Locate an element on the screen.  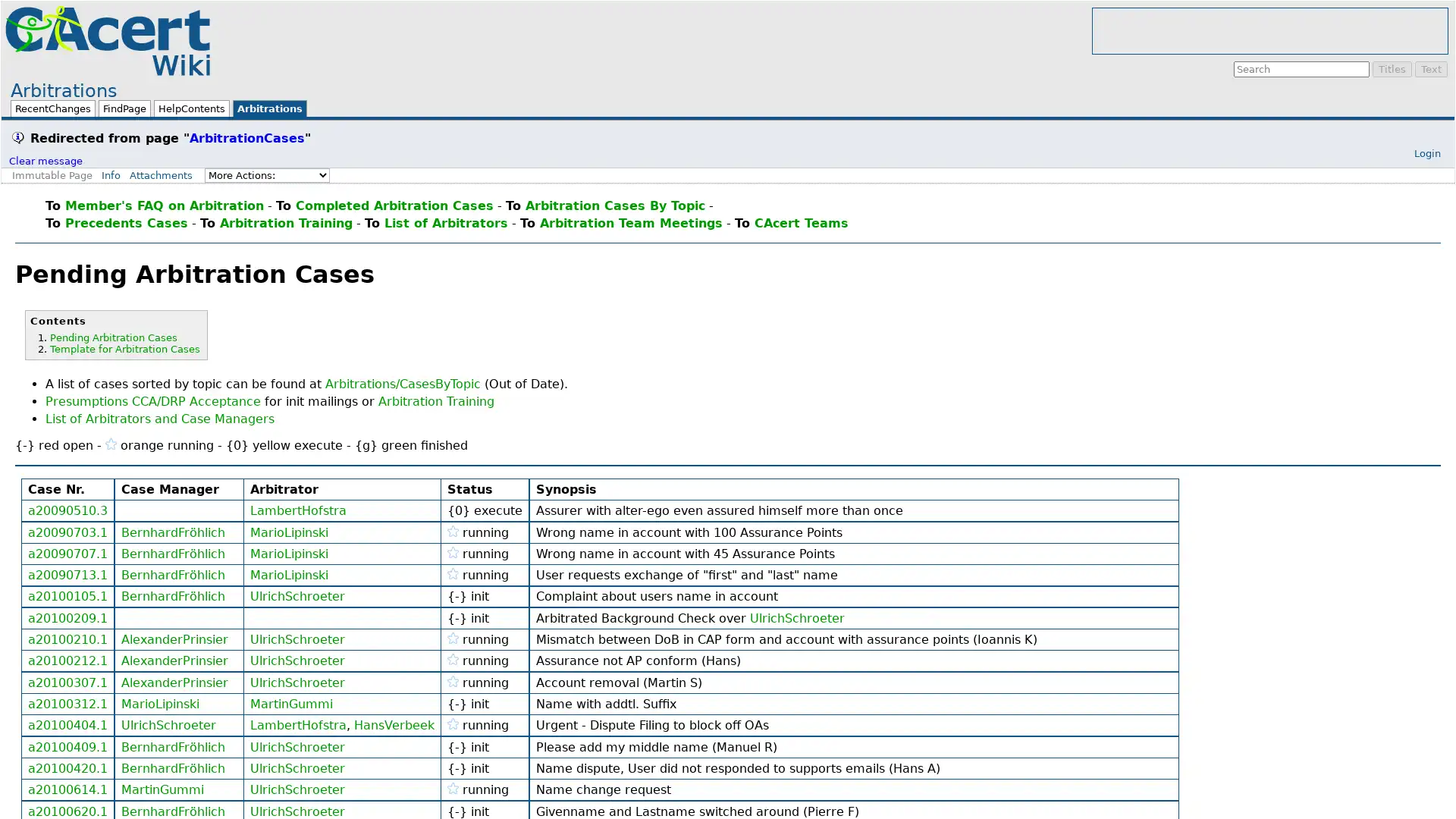
Titles is located at coordinates (1392, 69).